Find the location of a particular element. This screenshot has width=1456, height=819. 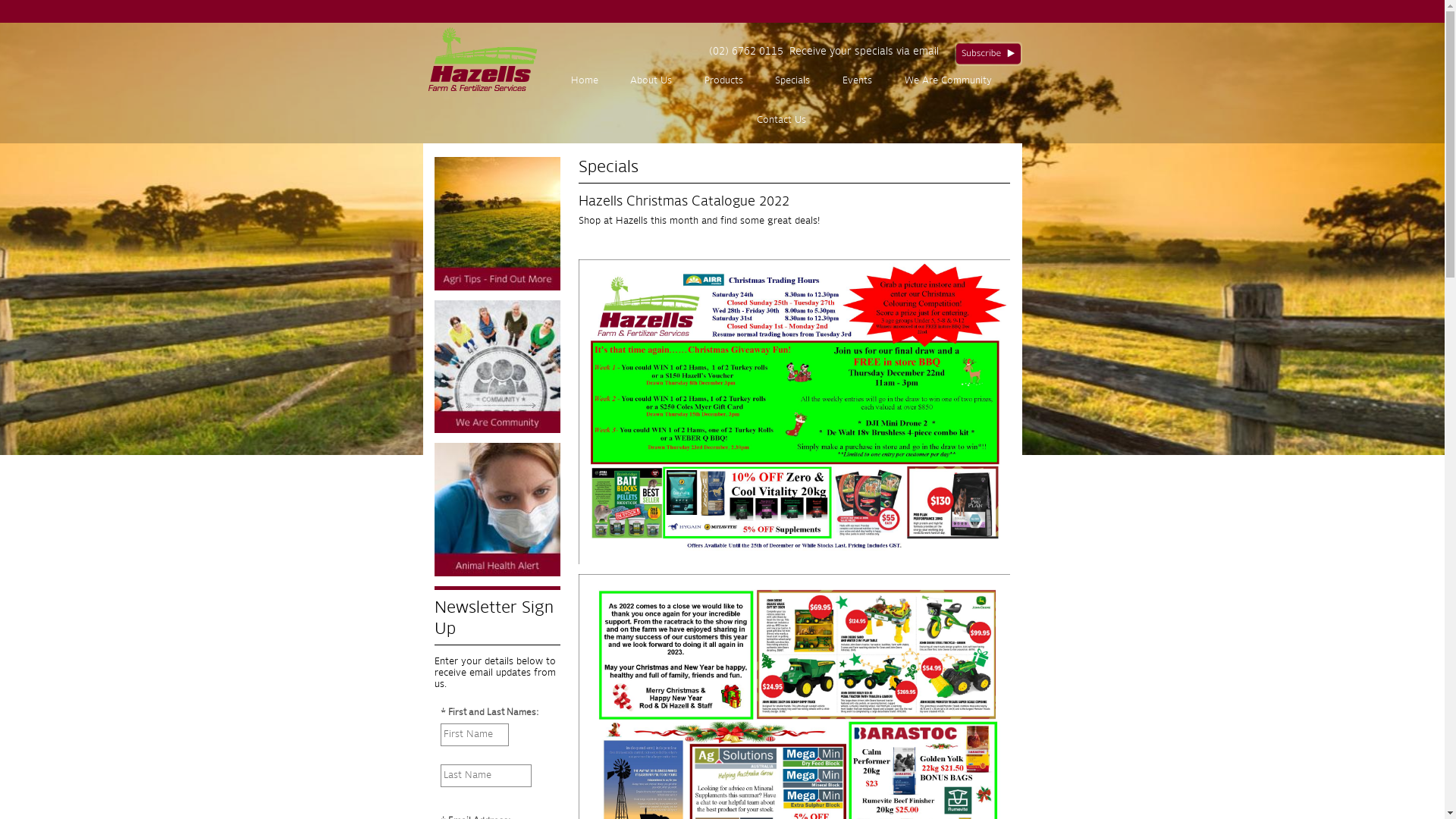

'Contact Us' is located at coordinates (781, 119).